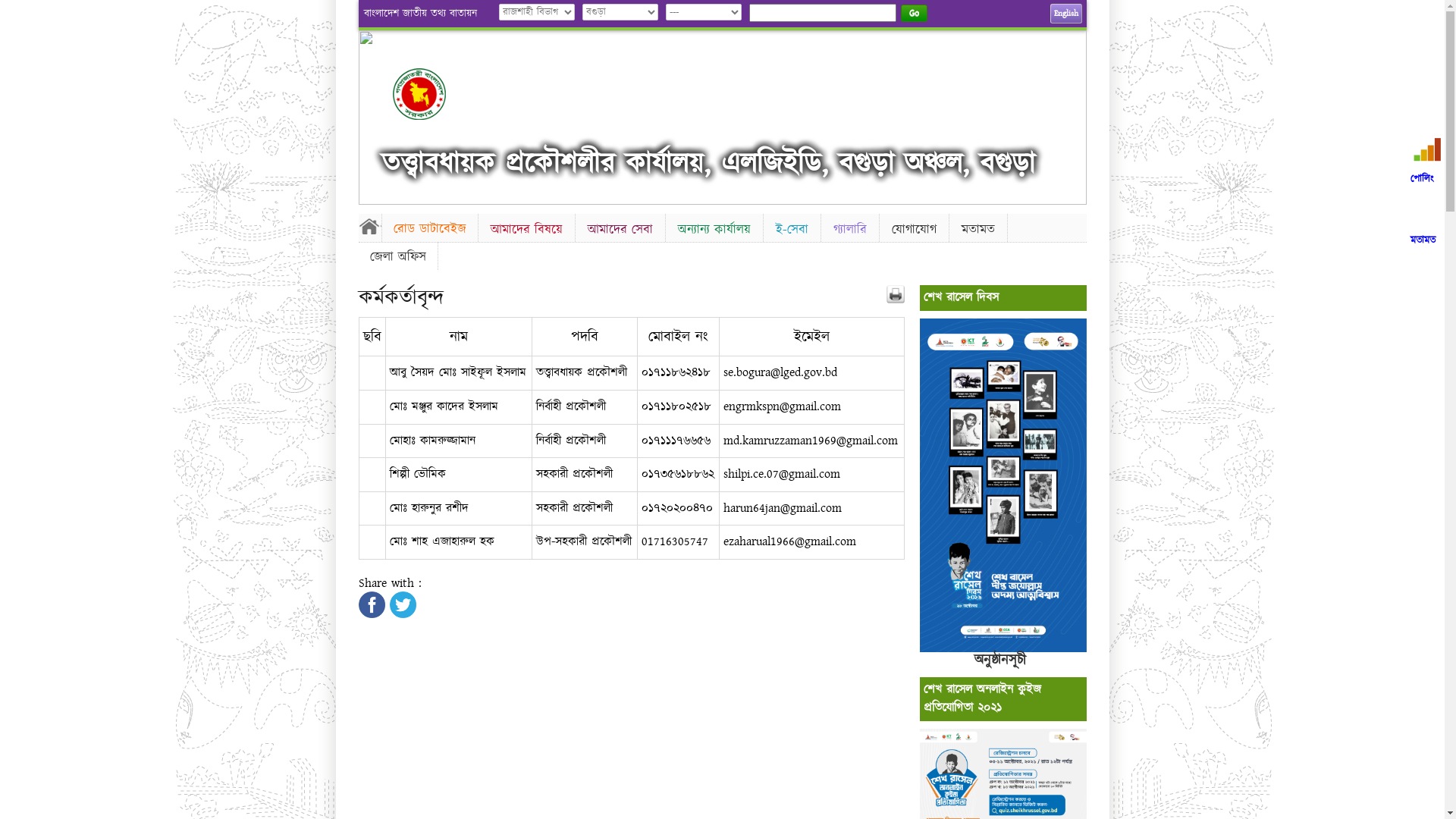 The width and height of the screenshot is (1456, 819). Describe the element at coordinates (369, 225) in the screenshot. I see `'Home'` at that location.